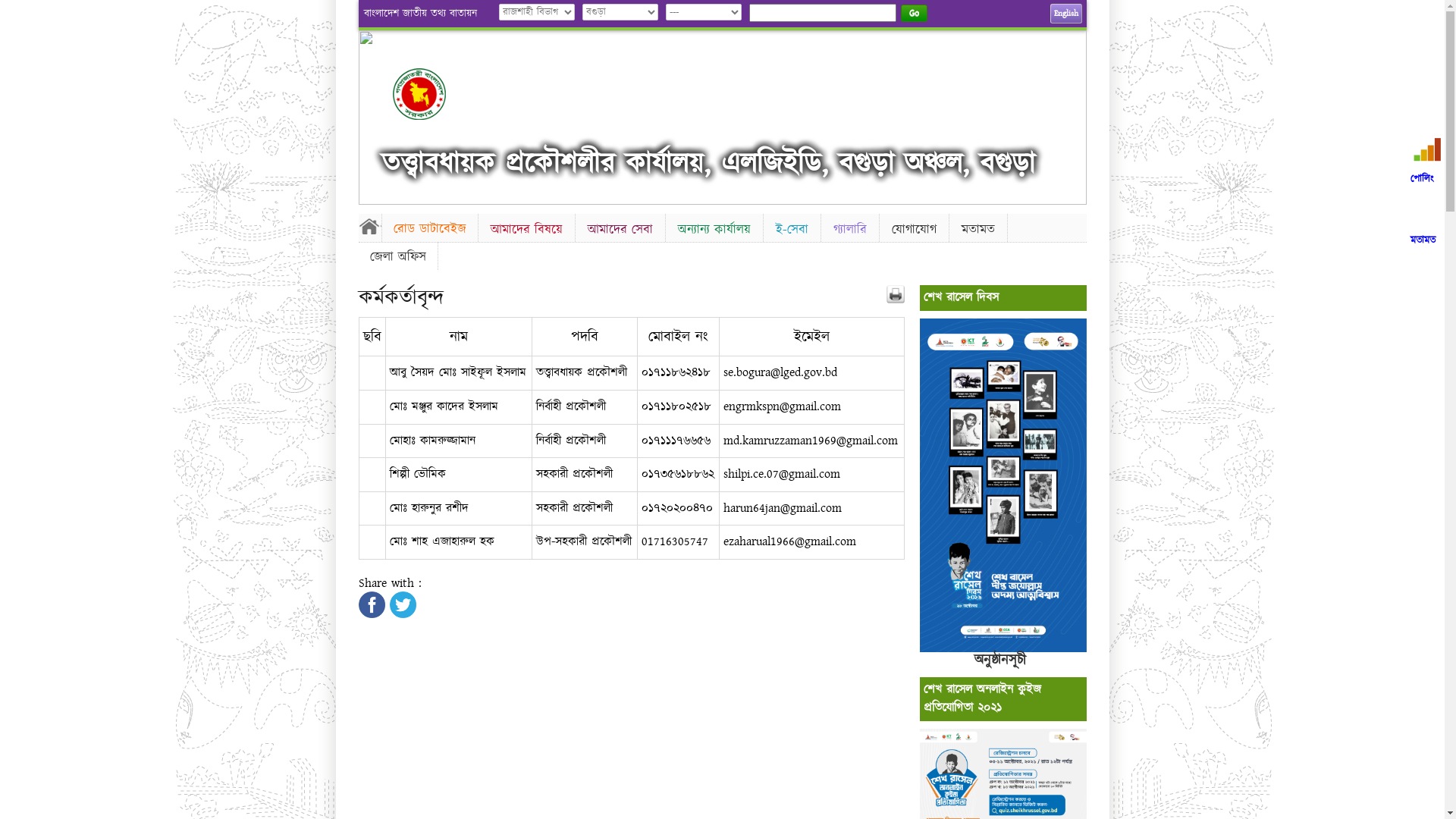 The width and height of the screenshot is (1456, 819). Describe the element at coordinates (369, 225) in the screenshot. I see `'Home'` at that location.